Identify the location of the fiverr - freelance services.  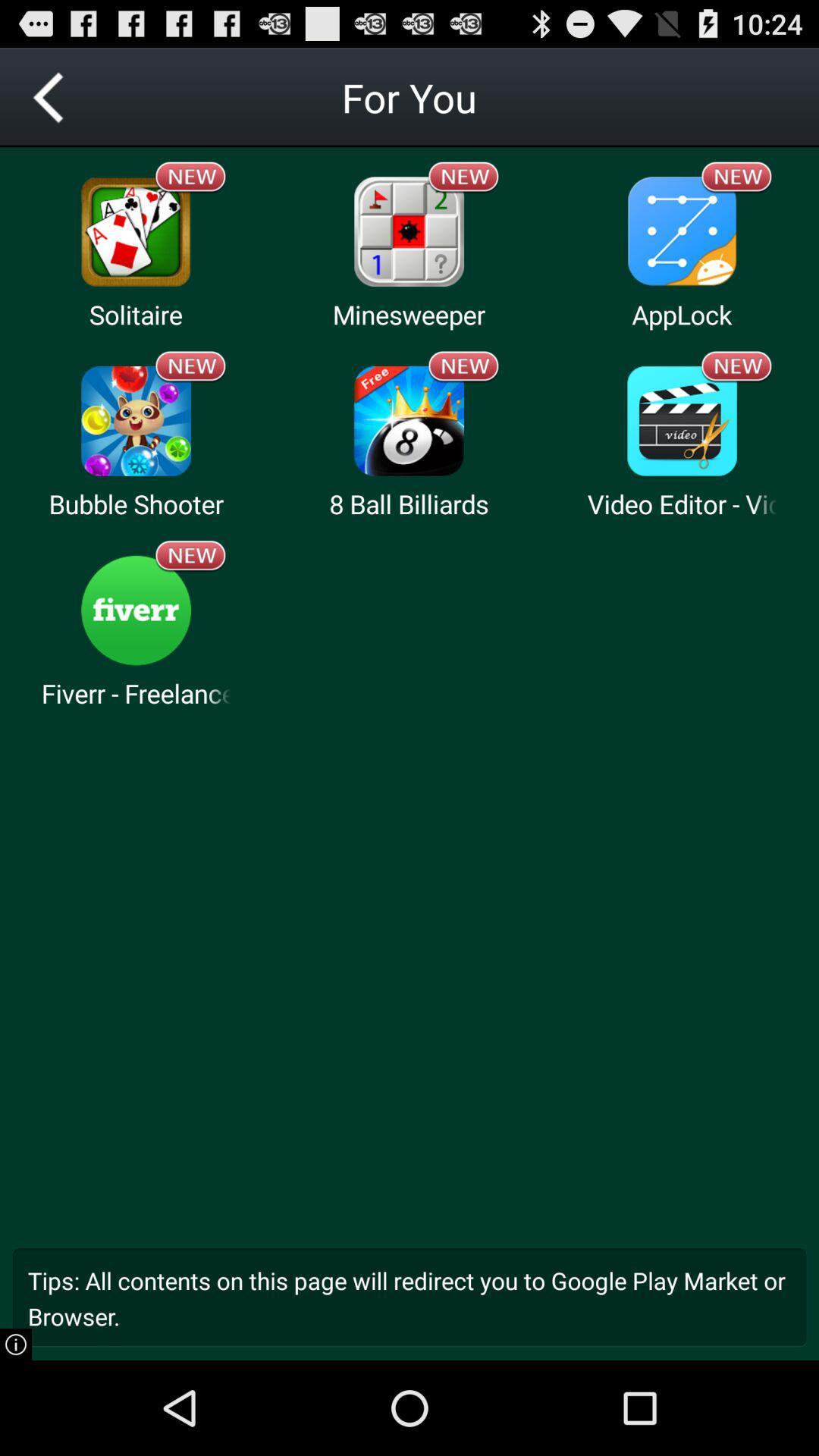
(135, 692).